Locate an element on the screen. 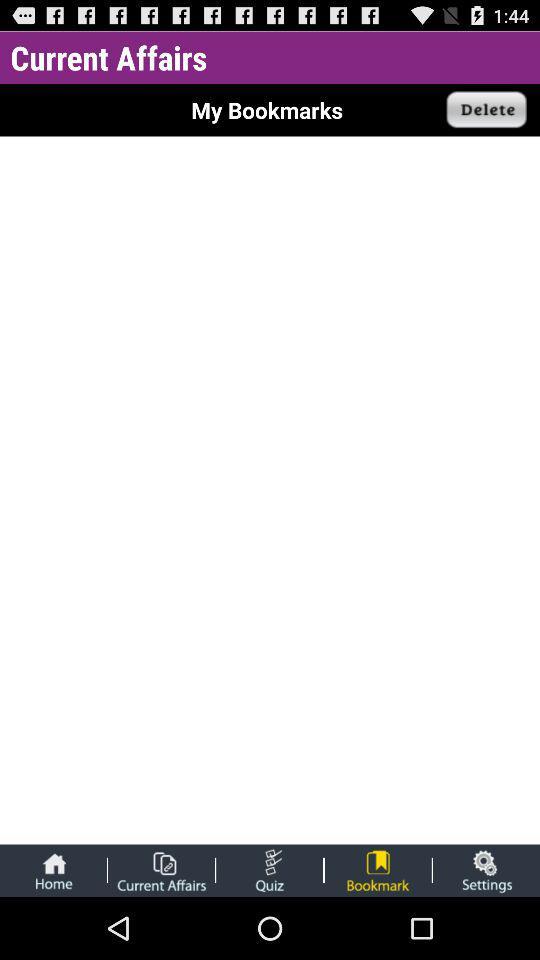 Image resolution: width=540 pixels, height=960 pixels. show current affairs is located at coordinates (160, 869).